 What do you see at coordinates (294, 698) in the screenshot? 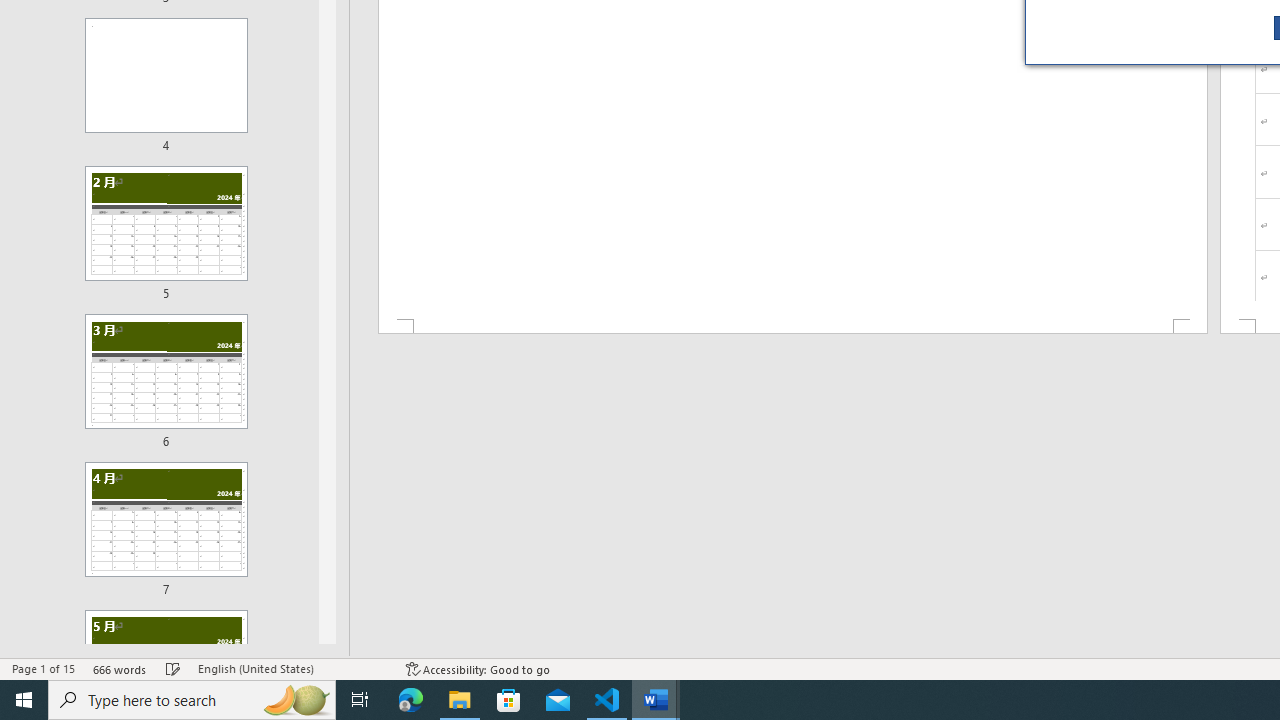
I see `'Search highlights icon opens search home window'` at bounding box center [294, 698].